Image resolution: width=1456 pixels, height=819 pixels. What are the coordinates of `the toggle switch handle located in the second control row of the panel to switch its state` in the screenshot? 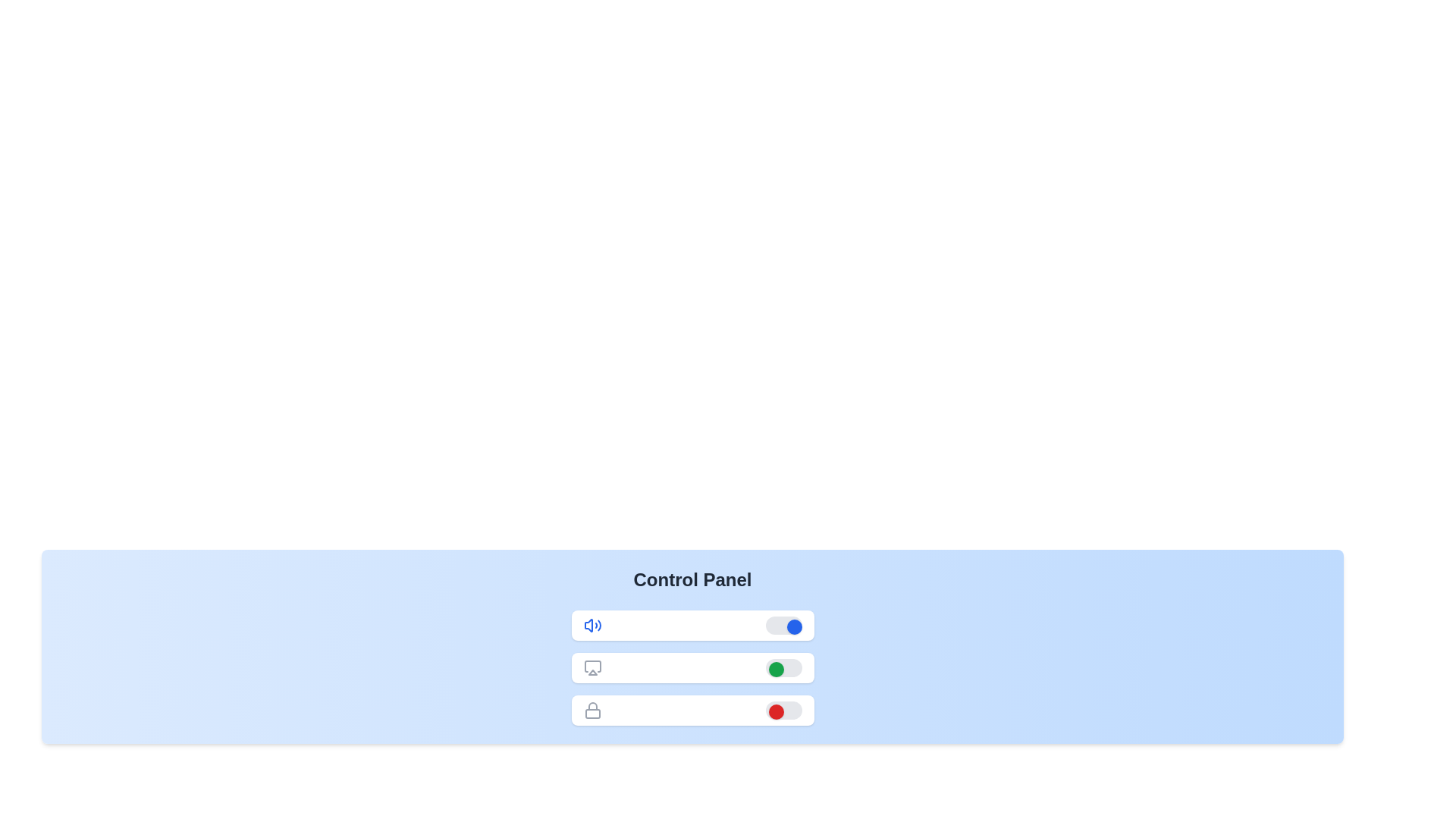 It's located at (783, 667).